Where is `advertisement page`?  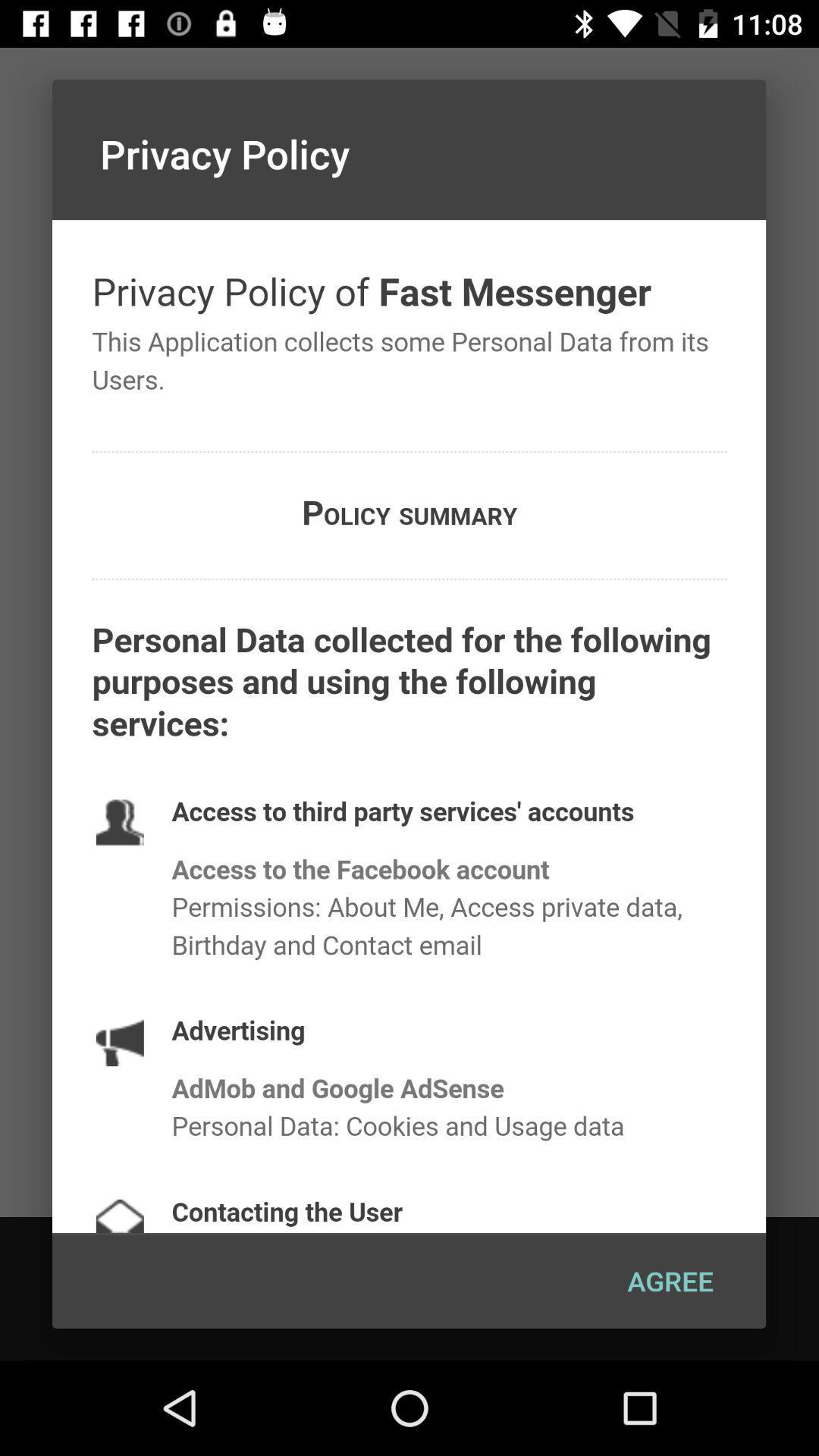
advertisement page is located at coordinates (408, 726).